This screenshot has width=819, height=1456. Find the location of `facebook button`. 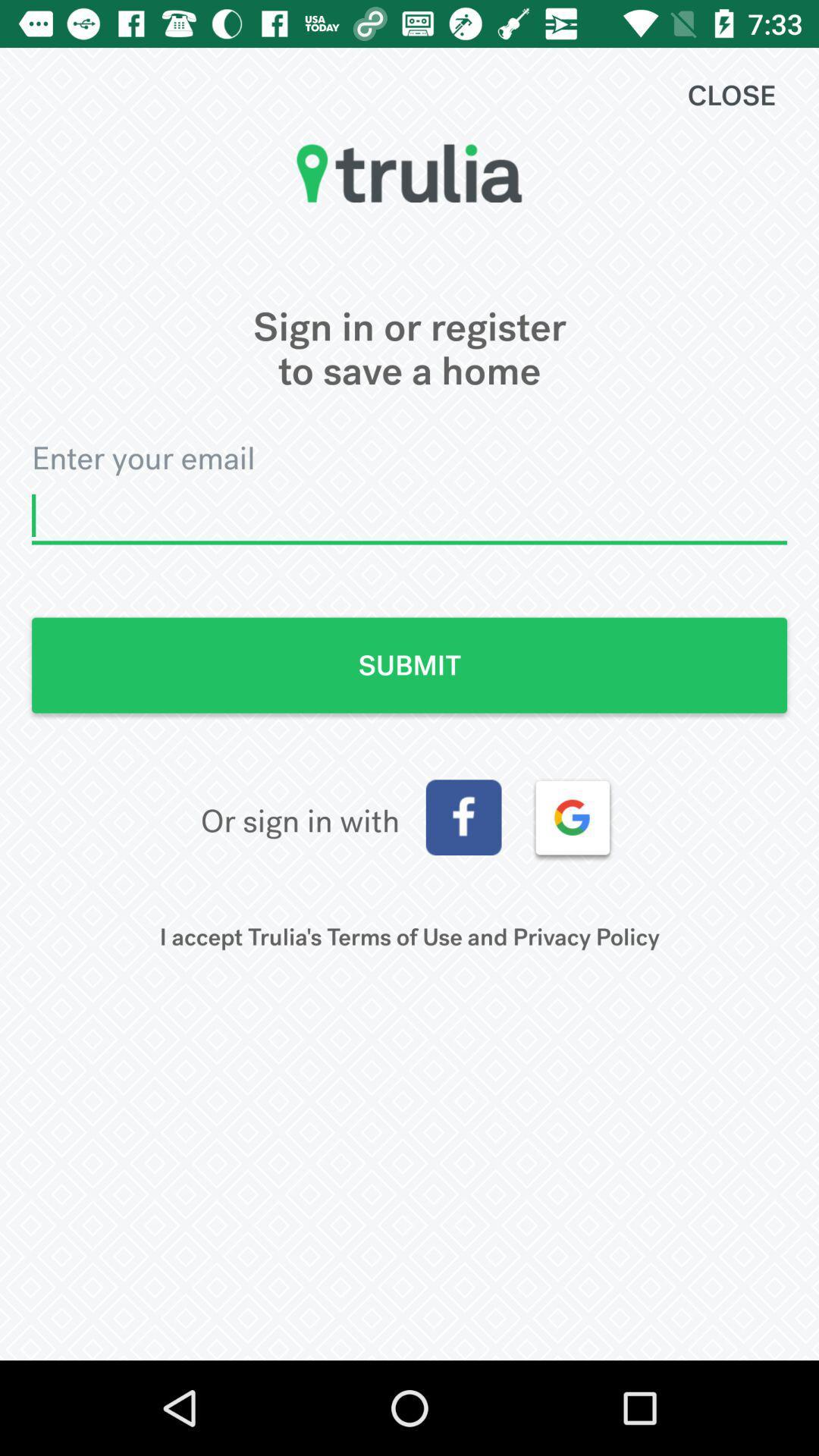

facebook button is located at coordinates (463, 817).